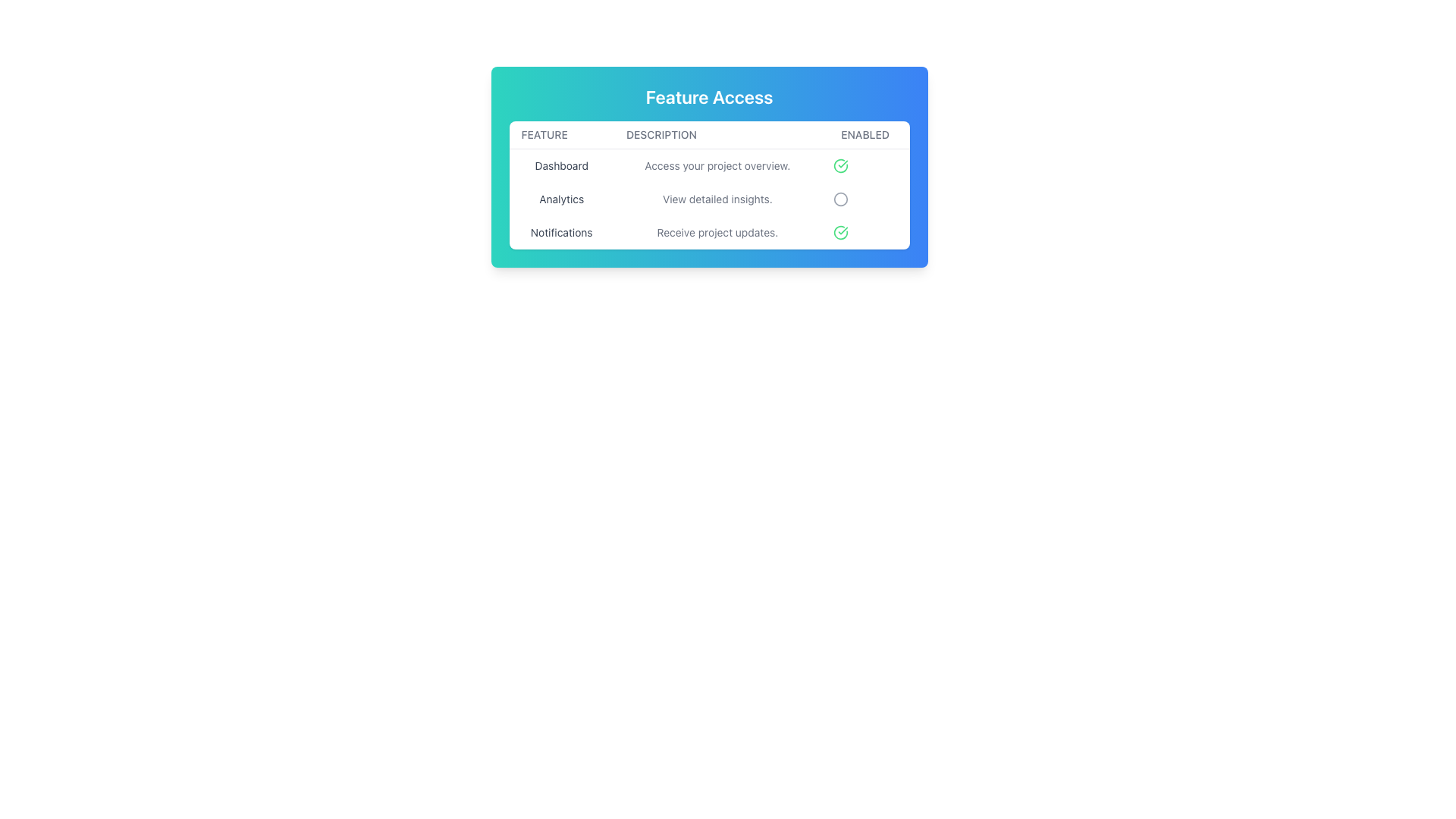  What do you see at coordinates (717, 198) in the screenshot?
I see `the text label 'View detailed insights.' located in the second row and second column of the table under the 'Description' column corresponding to the 'Analytics' row` at bounding box center [717, 198].